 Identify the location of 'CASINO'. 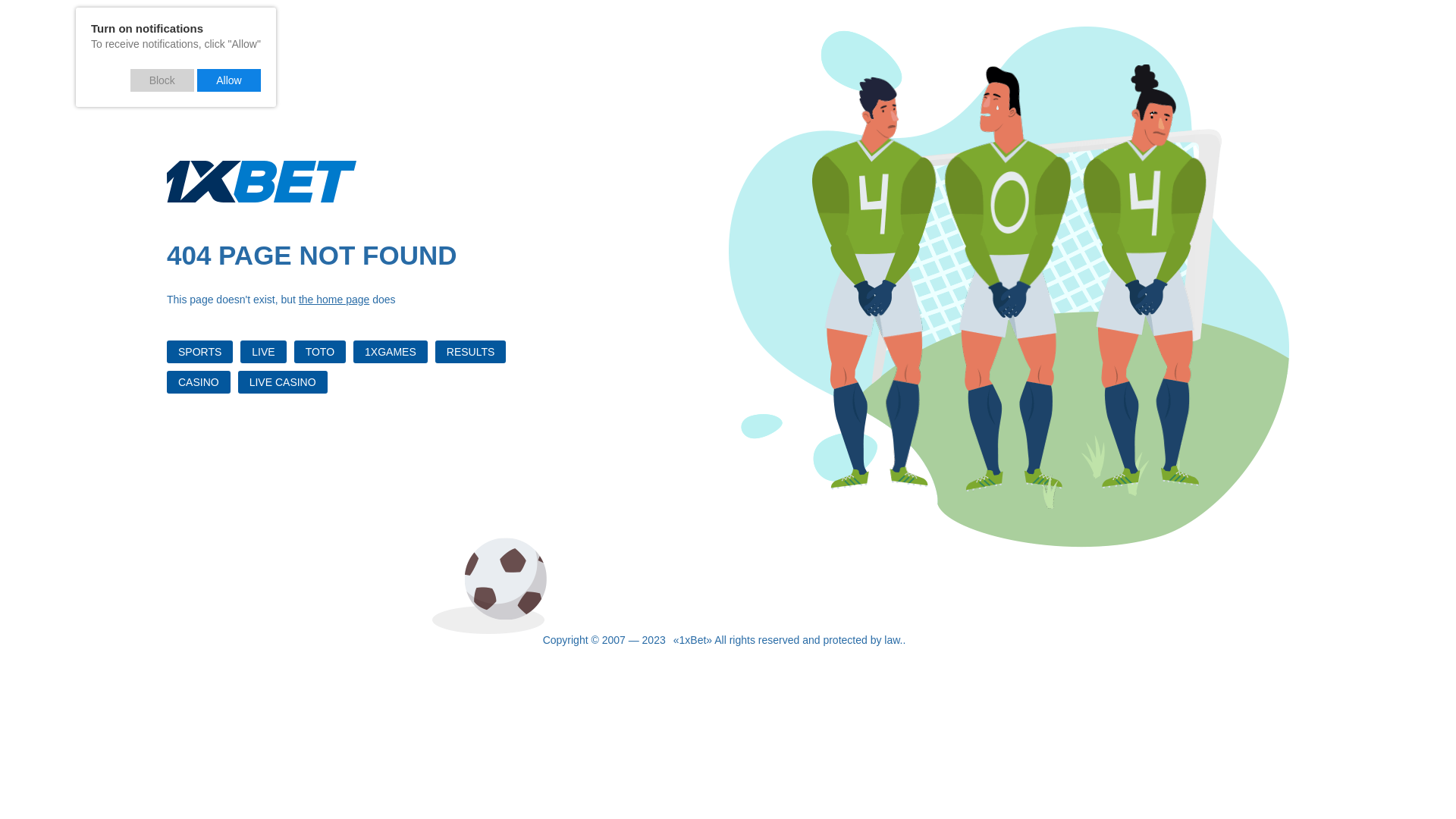
(198, 381).